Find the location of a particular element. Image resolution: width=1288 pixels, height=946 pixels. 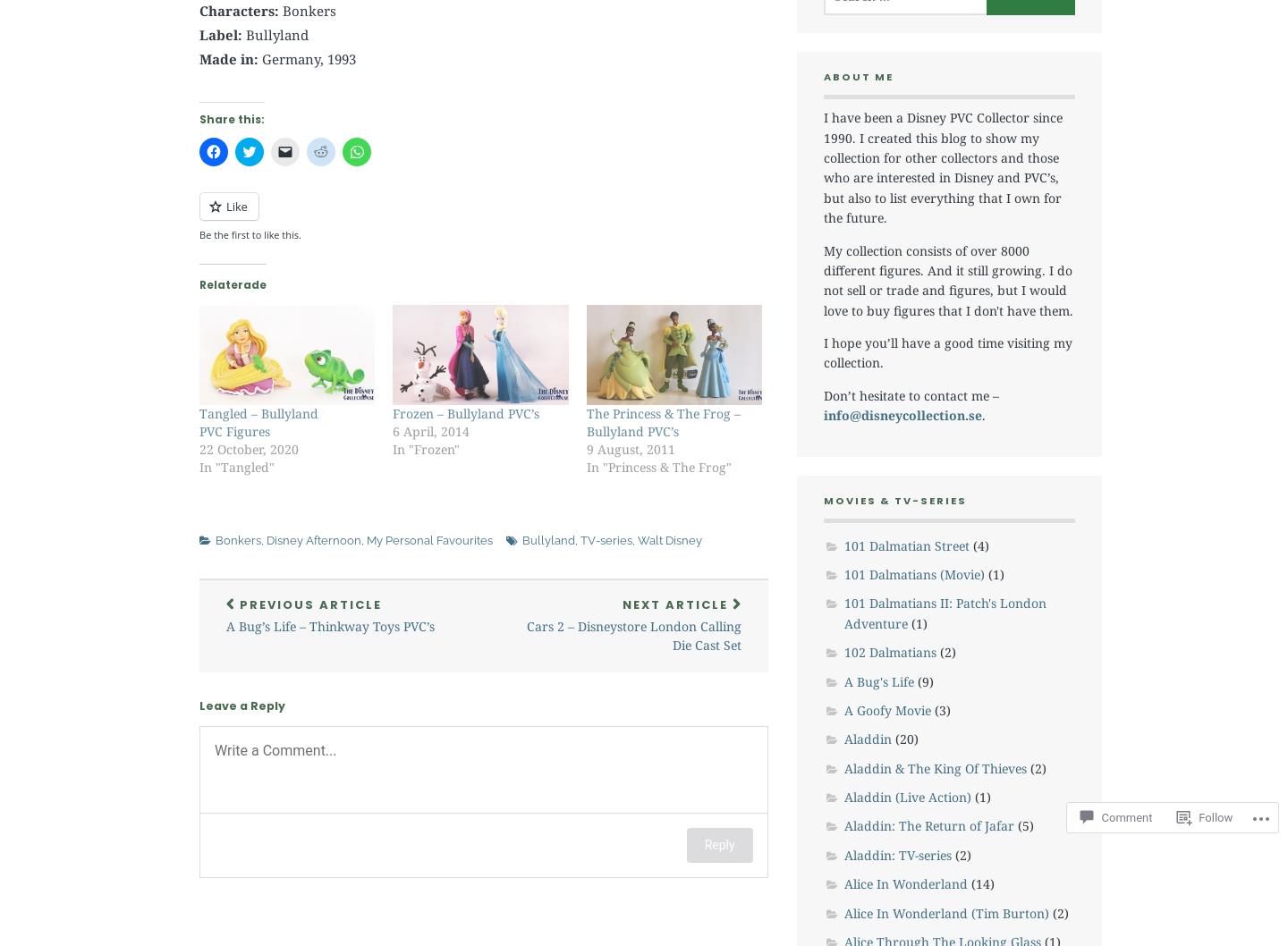

'Walt Disney' is located at coordinates (637, 540).